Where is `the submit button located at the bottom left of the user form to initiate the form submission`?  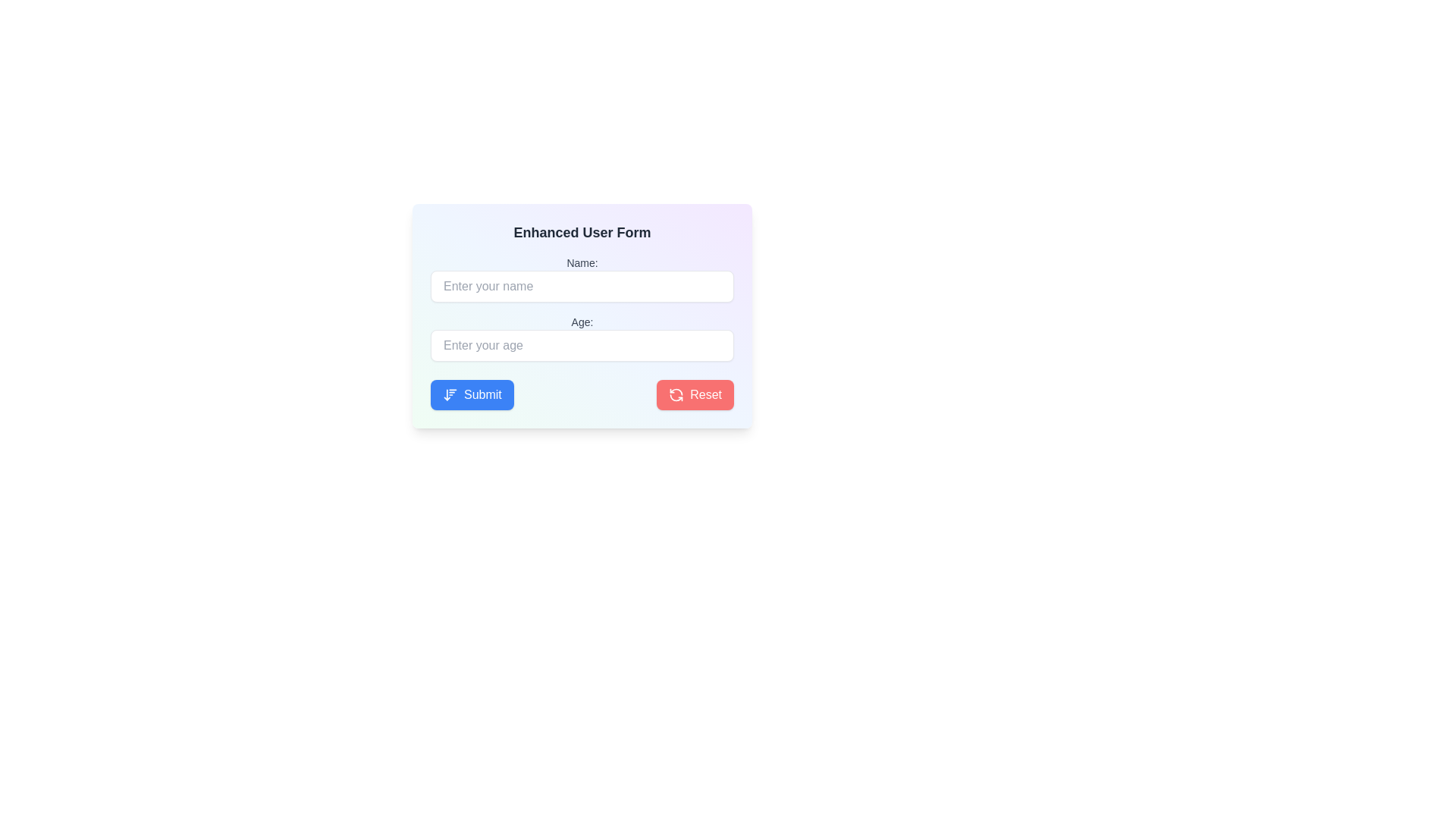
the submit button located at the bottom left of the user form to initiate the form submission is located at coordinates (471, 394).